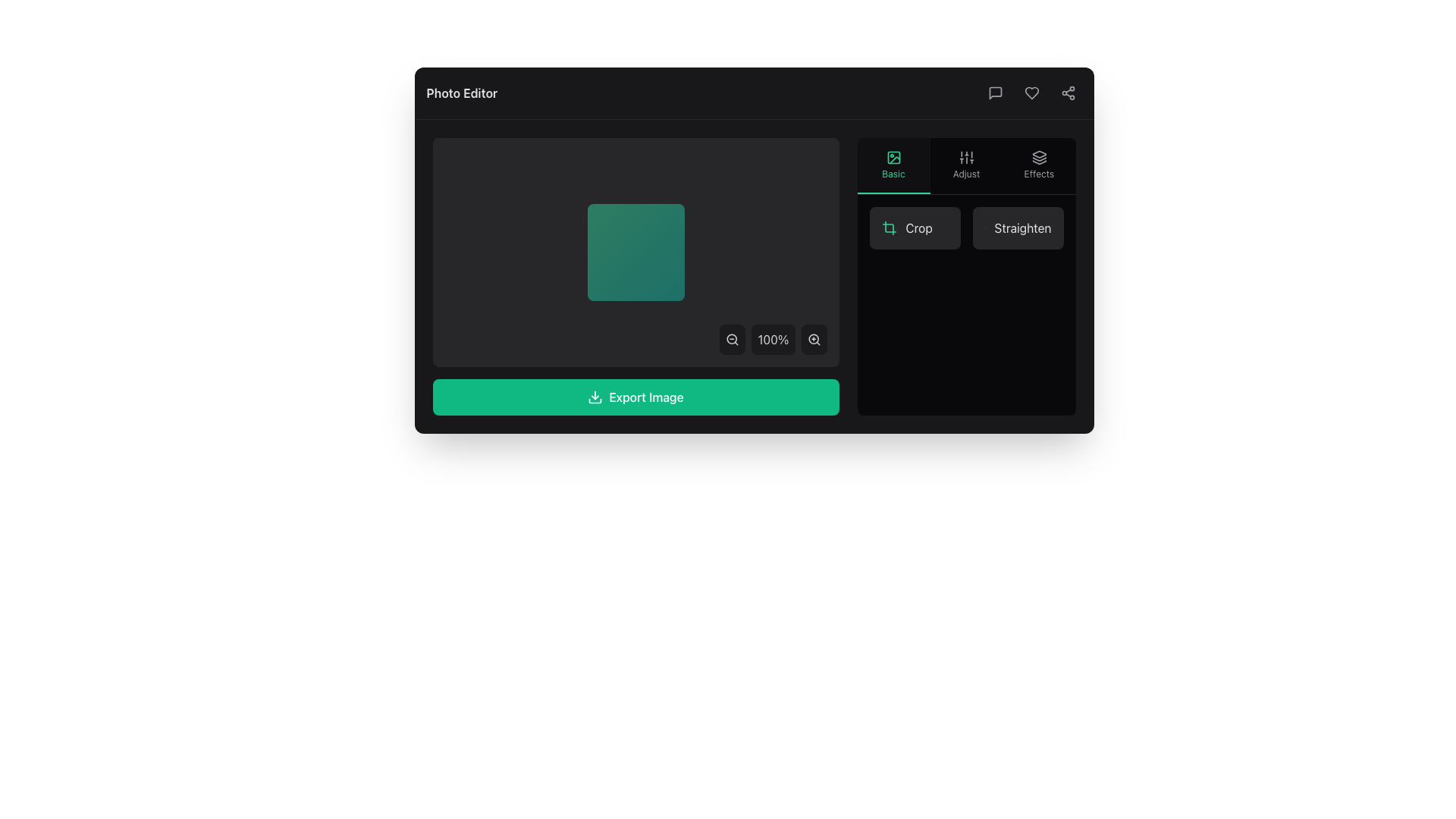 The height and width of the screenshot is (819, 1456). What do you see at coordinates (1038, 158) in the screenshot?
I see `the icon depicting stacked layers located in the upper section of the rightmost vertical menu group labeled 'Effects.'` at bounding box center [1038, 158].